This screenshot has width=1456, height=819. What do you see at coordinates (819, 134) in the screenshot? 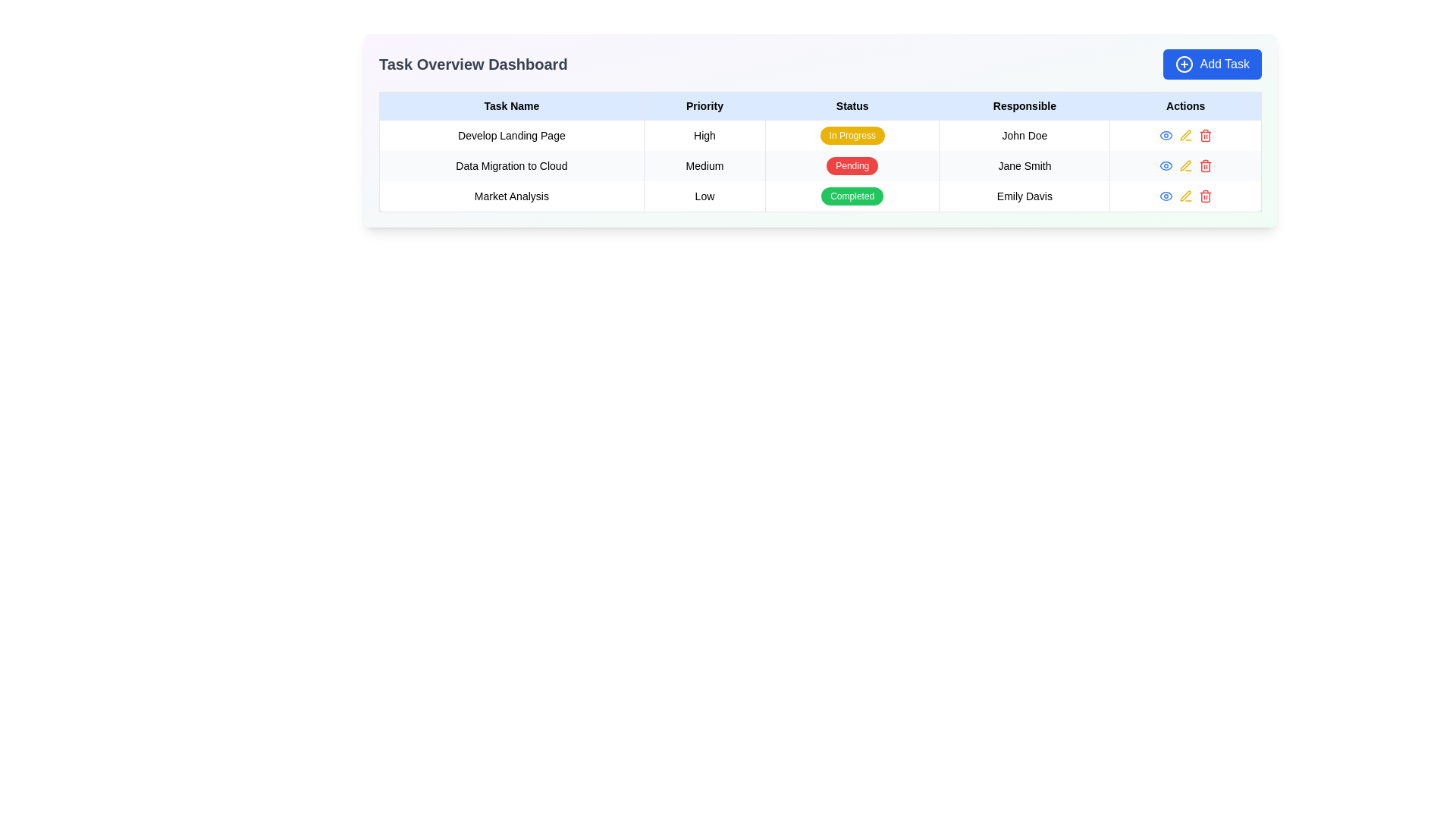
I see `the first row of the table displaying task details, which includes 'Develop Landing Page' as the task name, 'High' as the priority, 'In Progress' with a yellow background as the status, and 'John Doe' as the responsible person` at bounding box center [819, 134].